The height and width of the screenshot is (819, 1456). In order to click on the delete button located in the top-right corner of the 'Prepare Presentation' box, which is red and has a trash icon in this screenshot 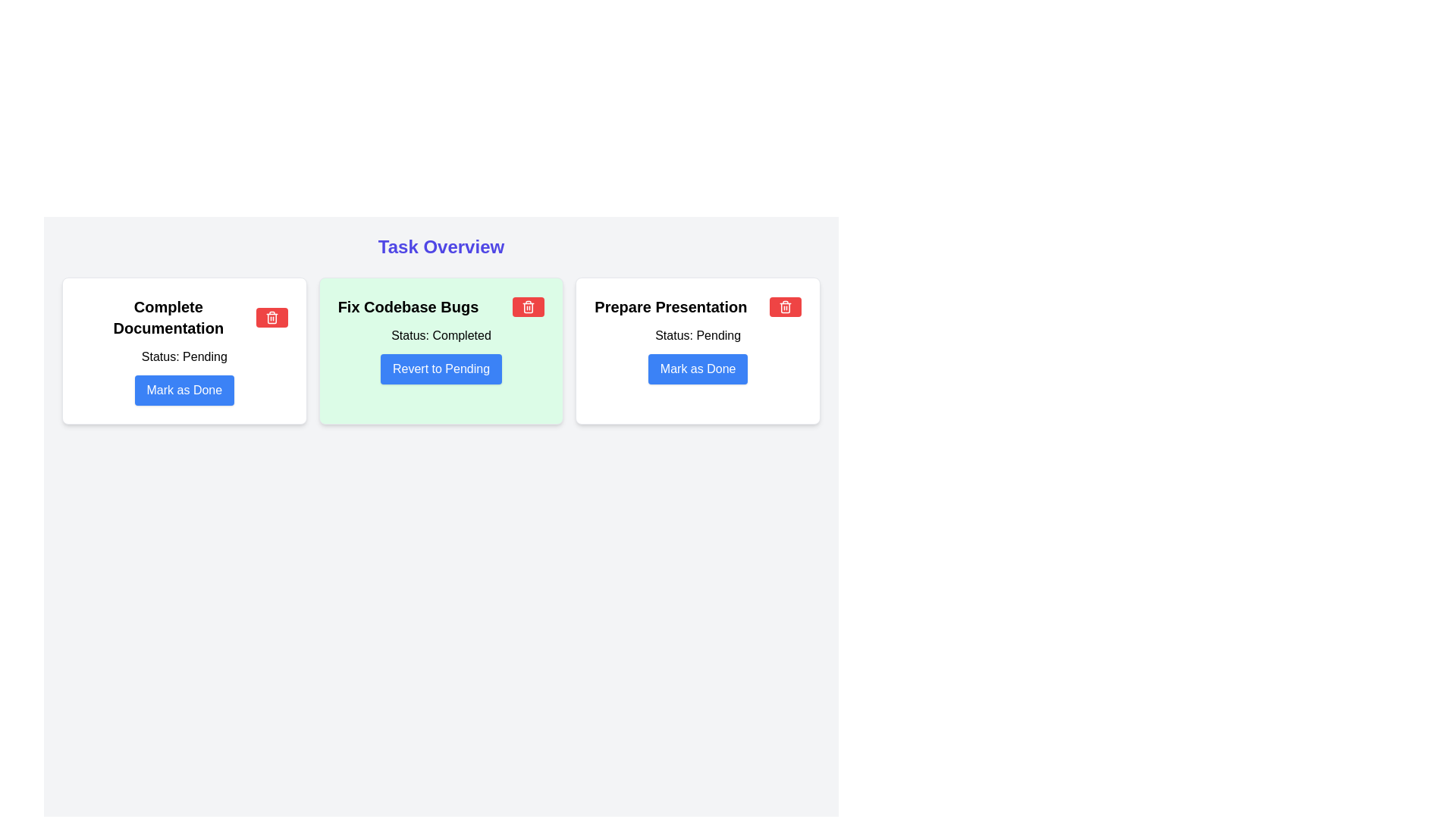, I will do `click(786, 307)`.